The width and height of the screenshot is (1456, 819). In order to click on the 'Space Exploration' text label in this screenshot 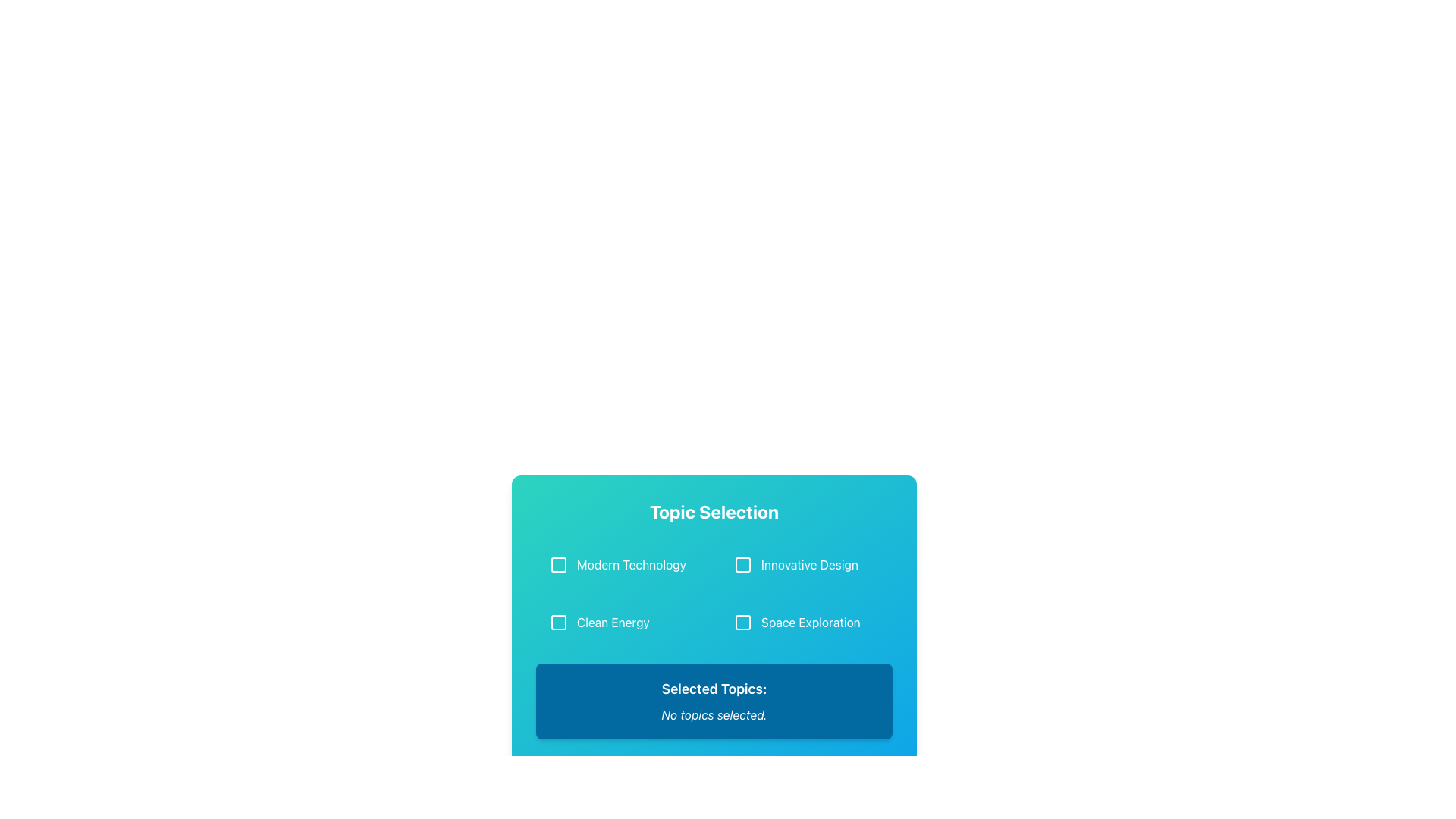, I will do `click(810, 623)`.